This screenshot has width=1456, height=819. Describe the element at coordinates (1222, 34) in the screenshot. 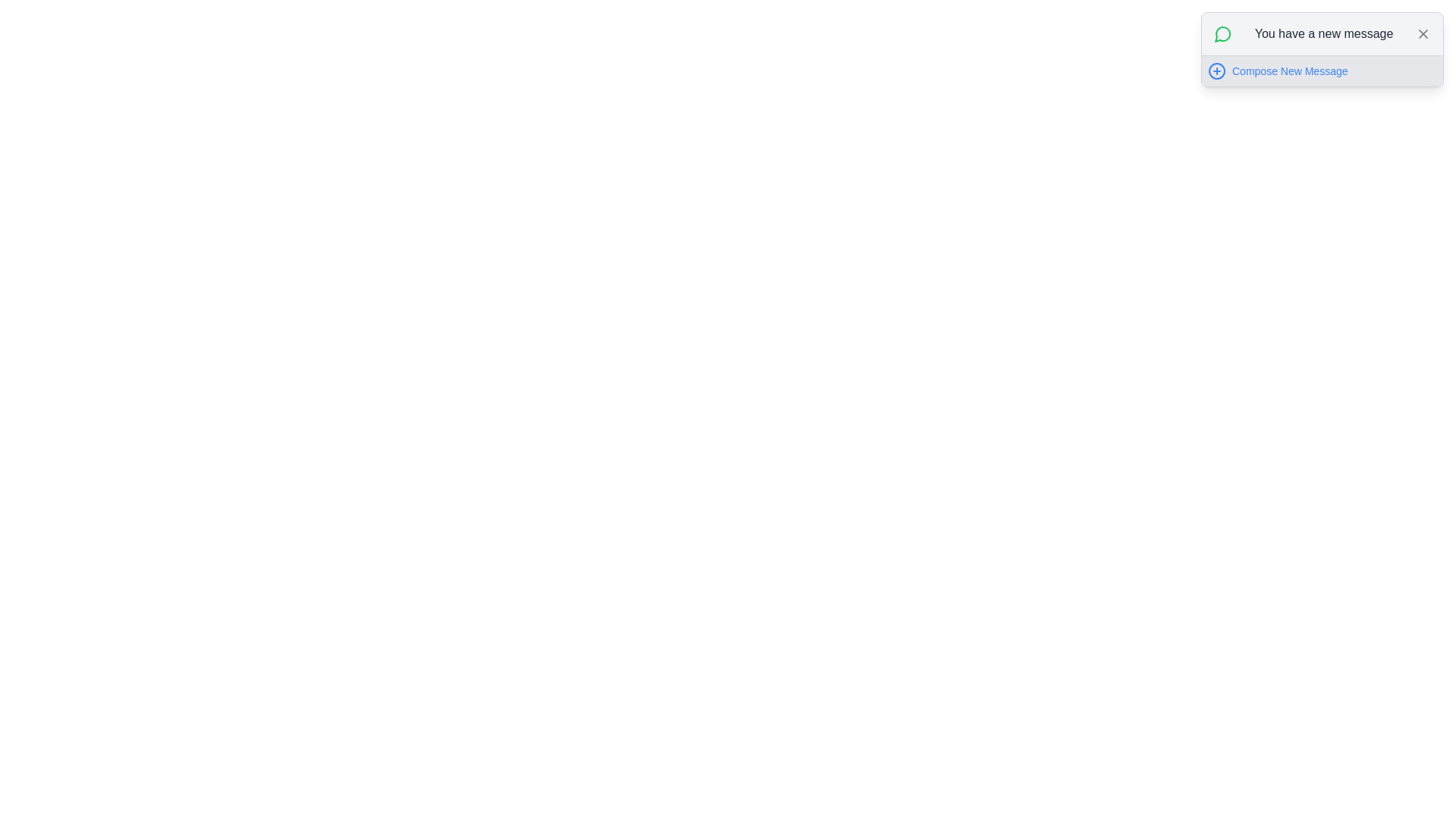

I see `the circular speech bubble icon outlined in green, located to the left of the 'You have a new message' text in the notification panel` at that location.